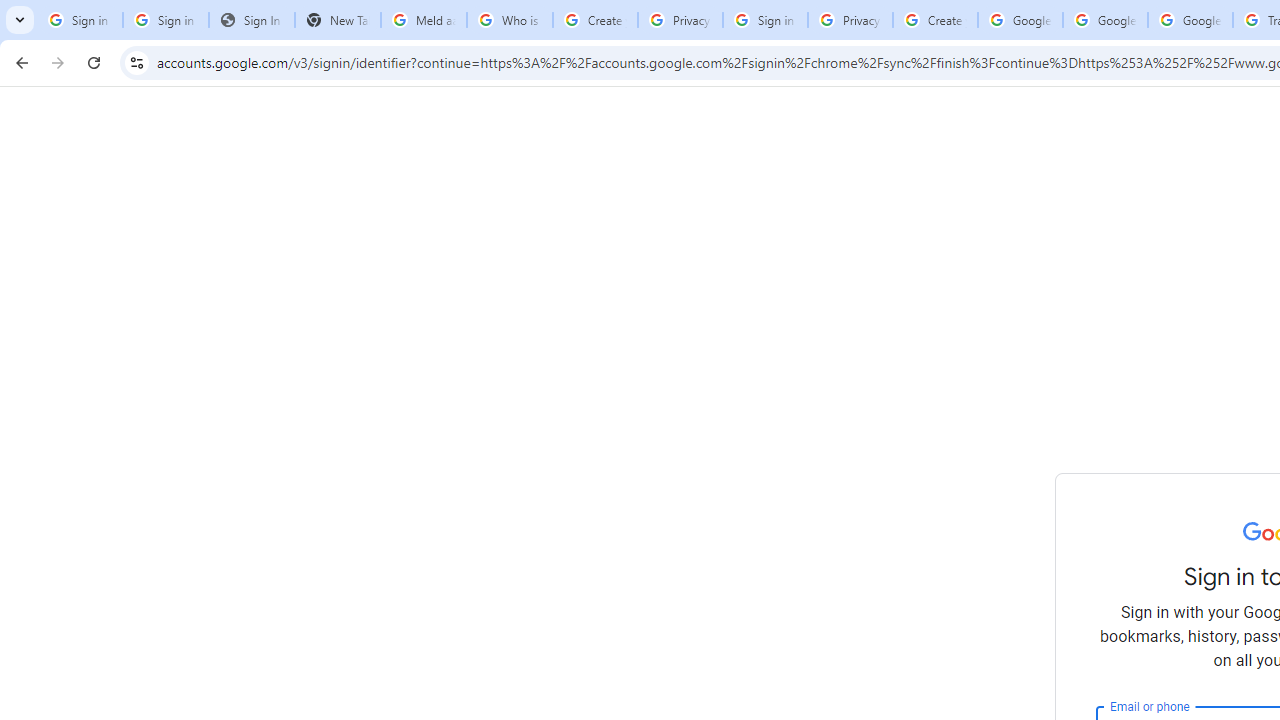  Describe the element at coordinates (510, 20) in the screenshot. I see `'Who is my administrator? - Google Account Help'` at that location.